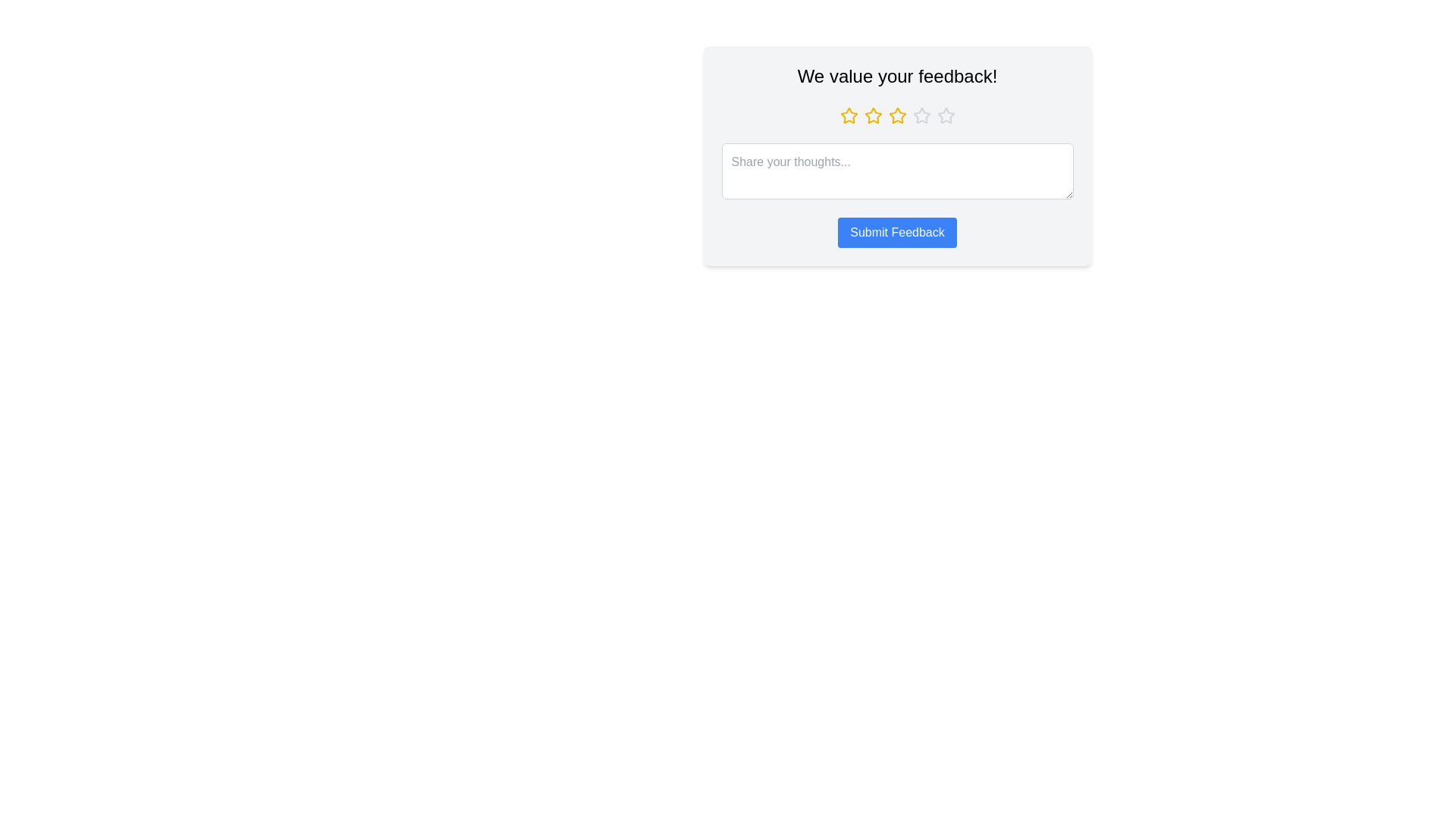 The width and height of the screenshot is (1456, 819). What do you see at coordinates (945, 115) in the screenshot?
I see `the far-right star-shaped icon` at bounding box center [945, 115].